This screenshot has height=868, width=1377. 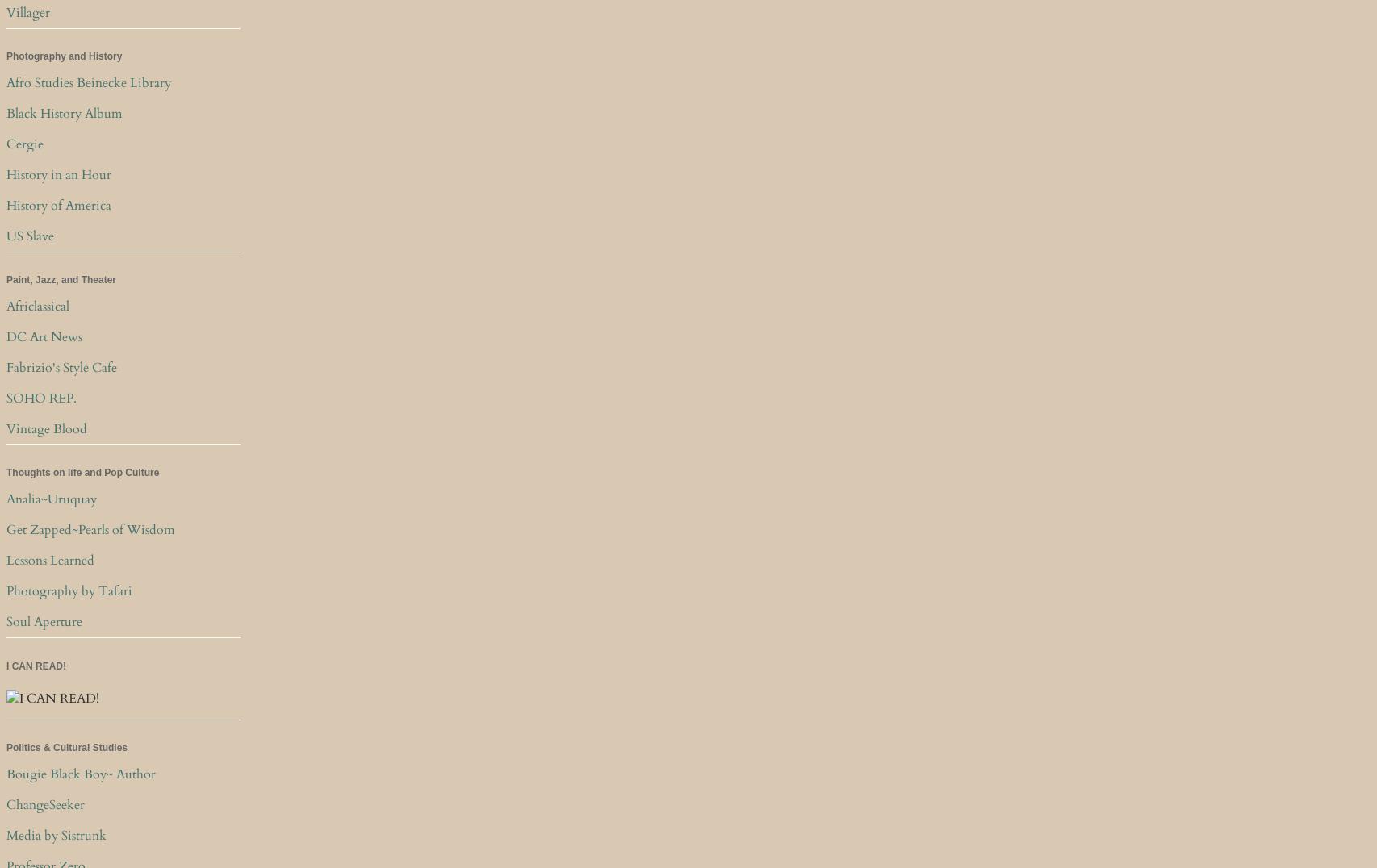 I want to click on 'Politics & Cultural Studies', so click(x=6, y=746).